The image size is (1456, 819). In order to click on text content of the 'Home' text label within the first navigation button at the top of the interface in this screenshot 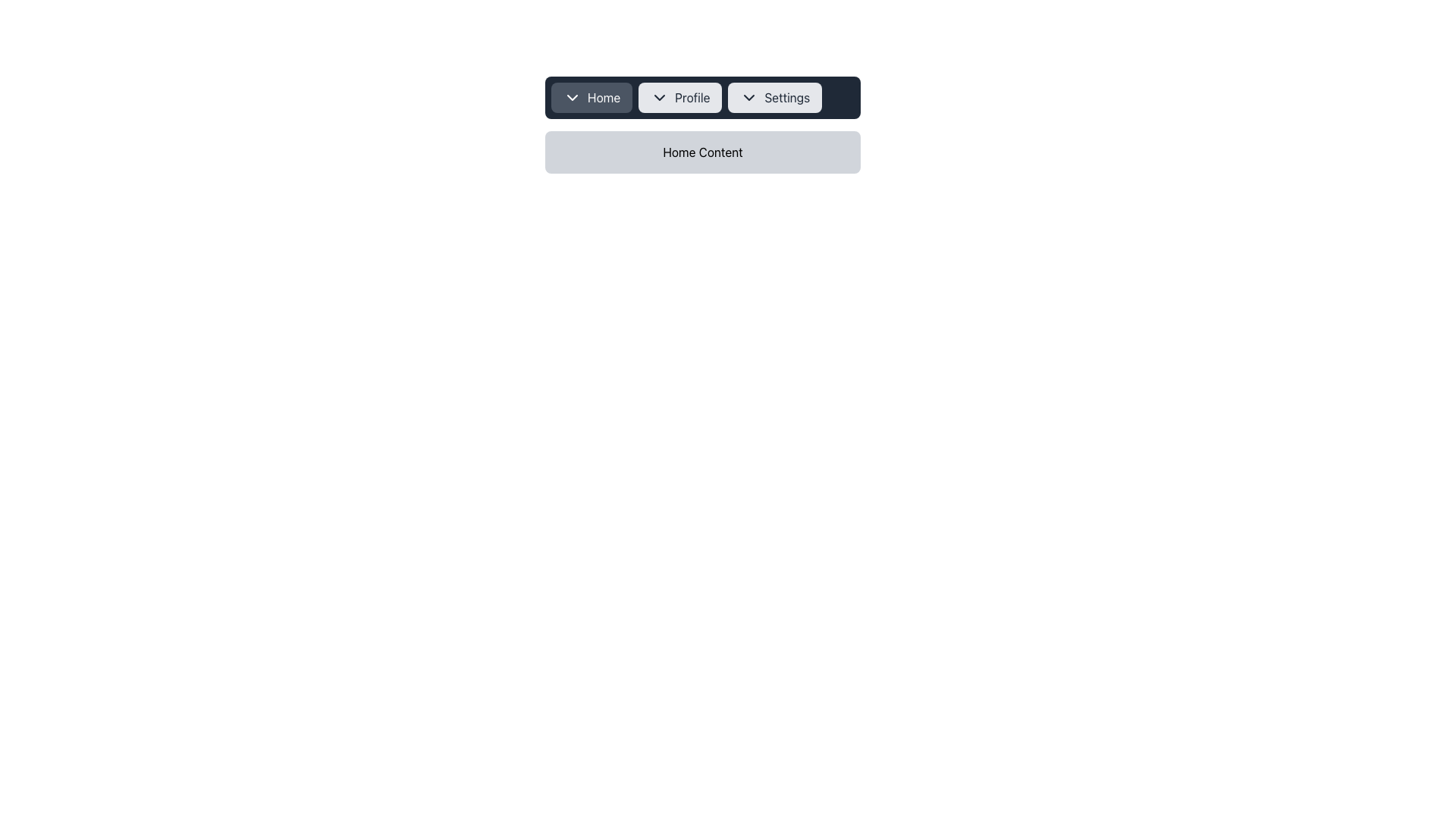, I will do `click(603, 97)`.